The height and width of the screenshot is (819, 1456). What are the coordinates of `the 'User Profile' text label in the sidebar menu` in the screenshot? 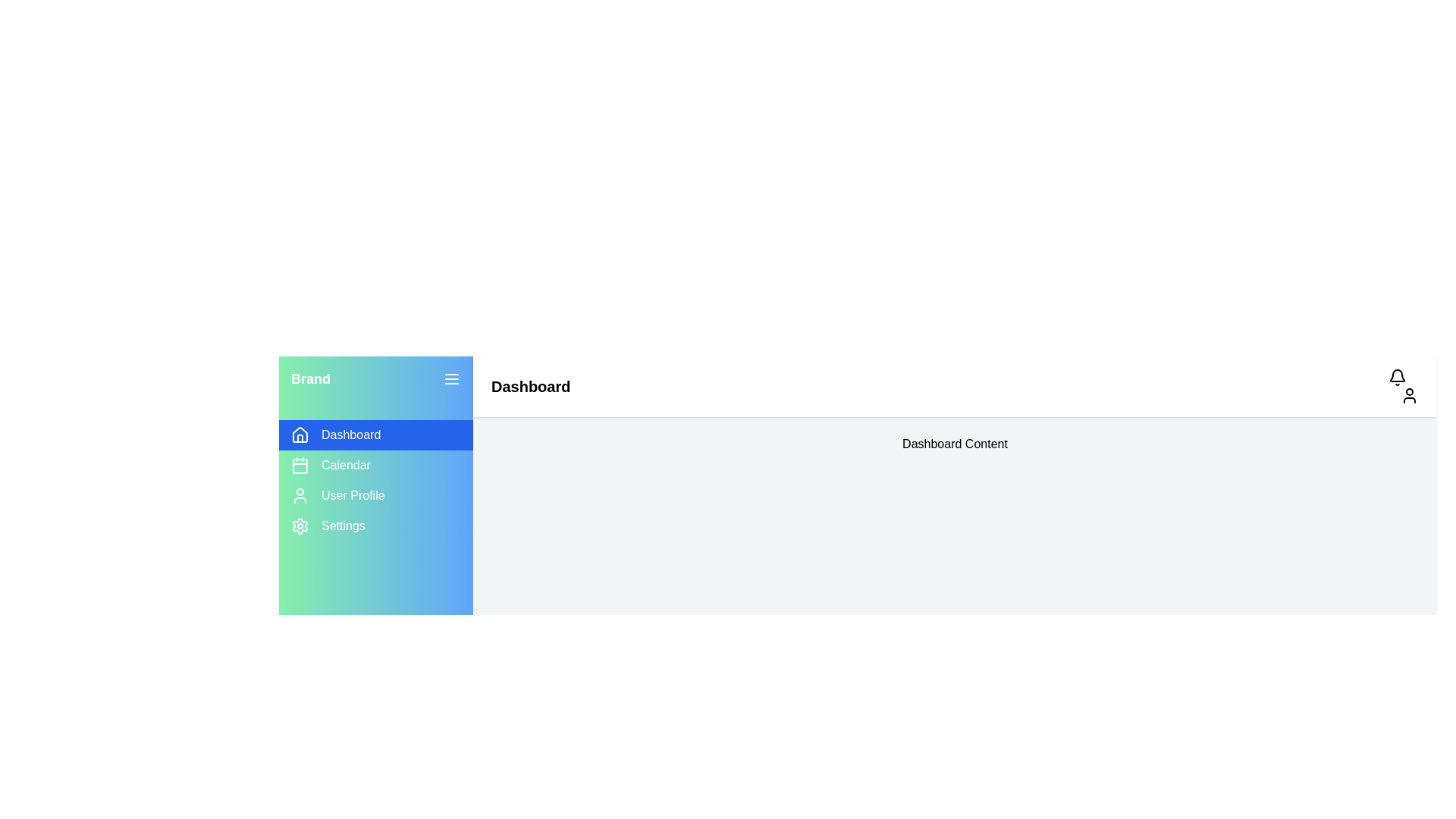 It's located at (352, 496).